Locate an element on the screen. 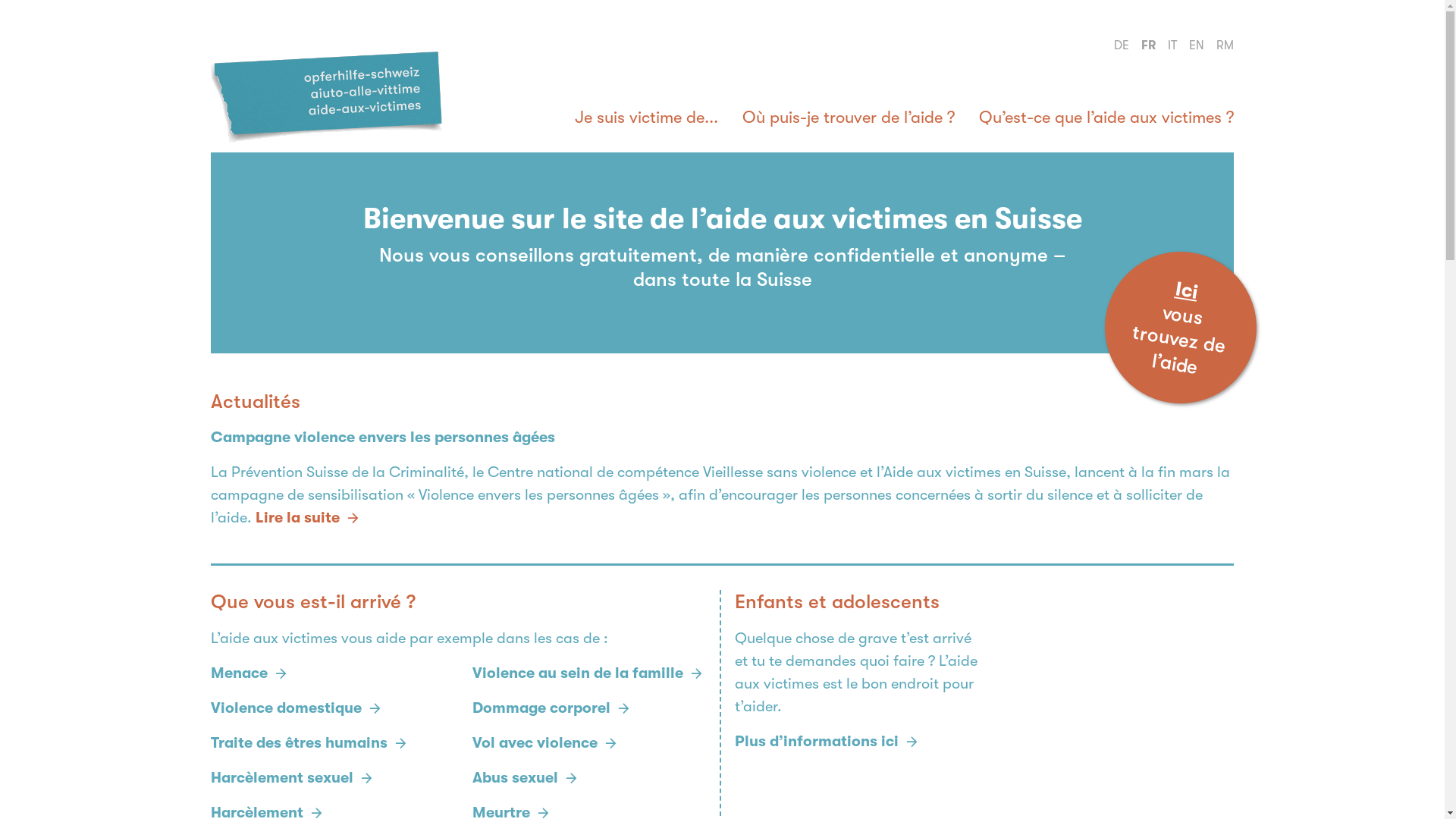 This screenshot has height=819, width=1456. 'Menace' is located at coordinates (238, 672).